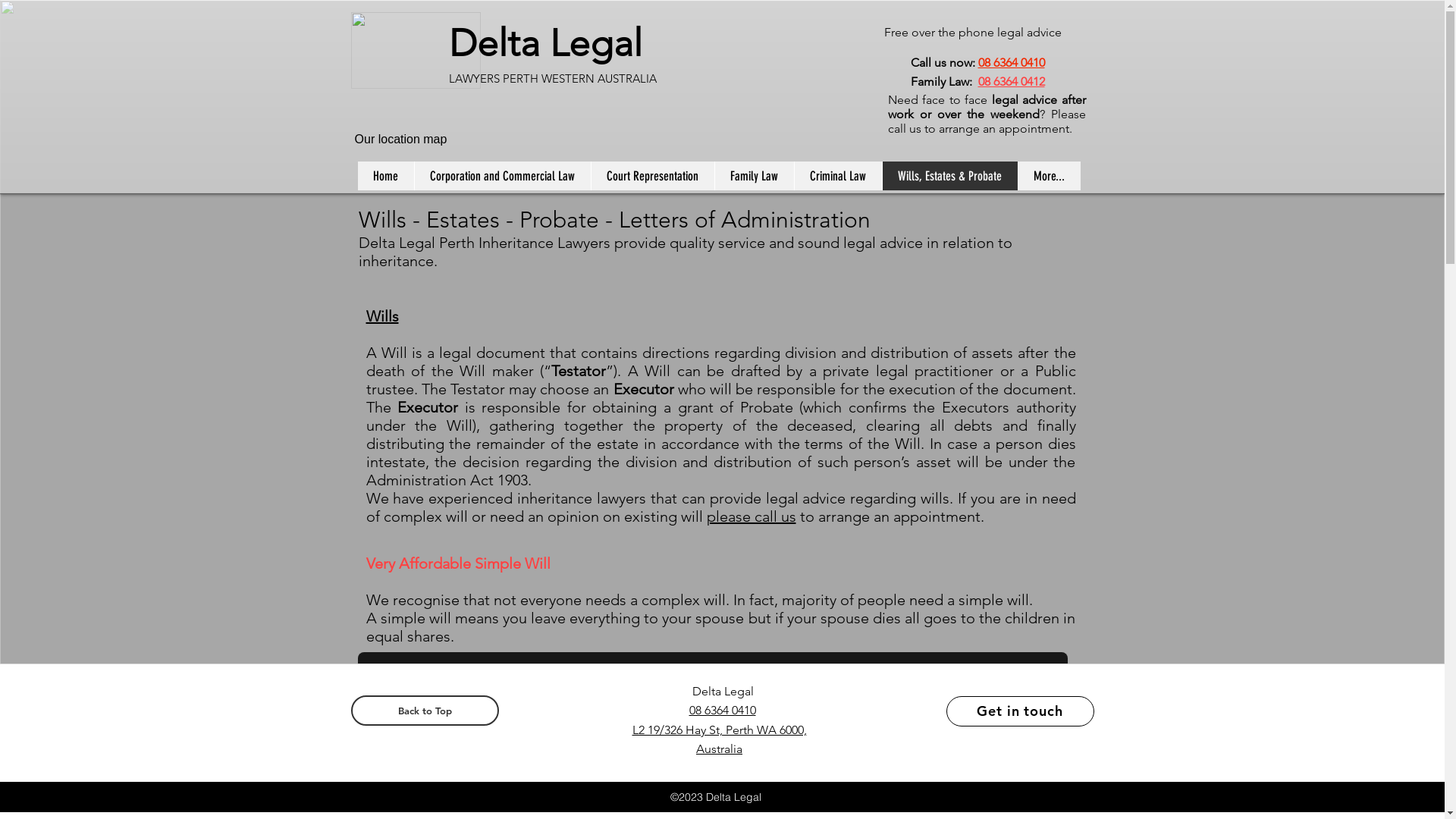 This screenshot has height=819, width=1456. Describe the element at coordinates (385, 174) in the screenshot. I see `'Home'` at that location.